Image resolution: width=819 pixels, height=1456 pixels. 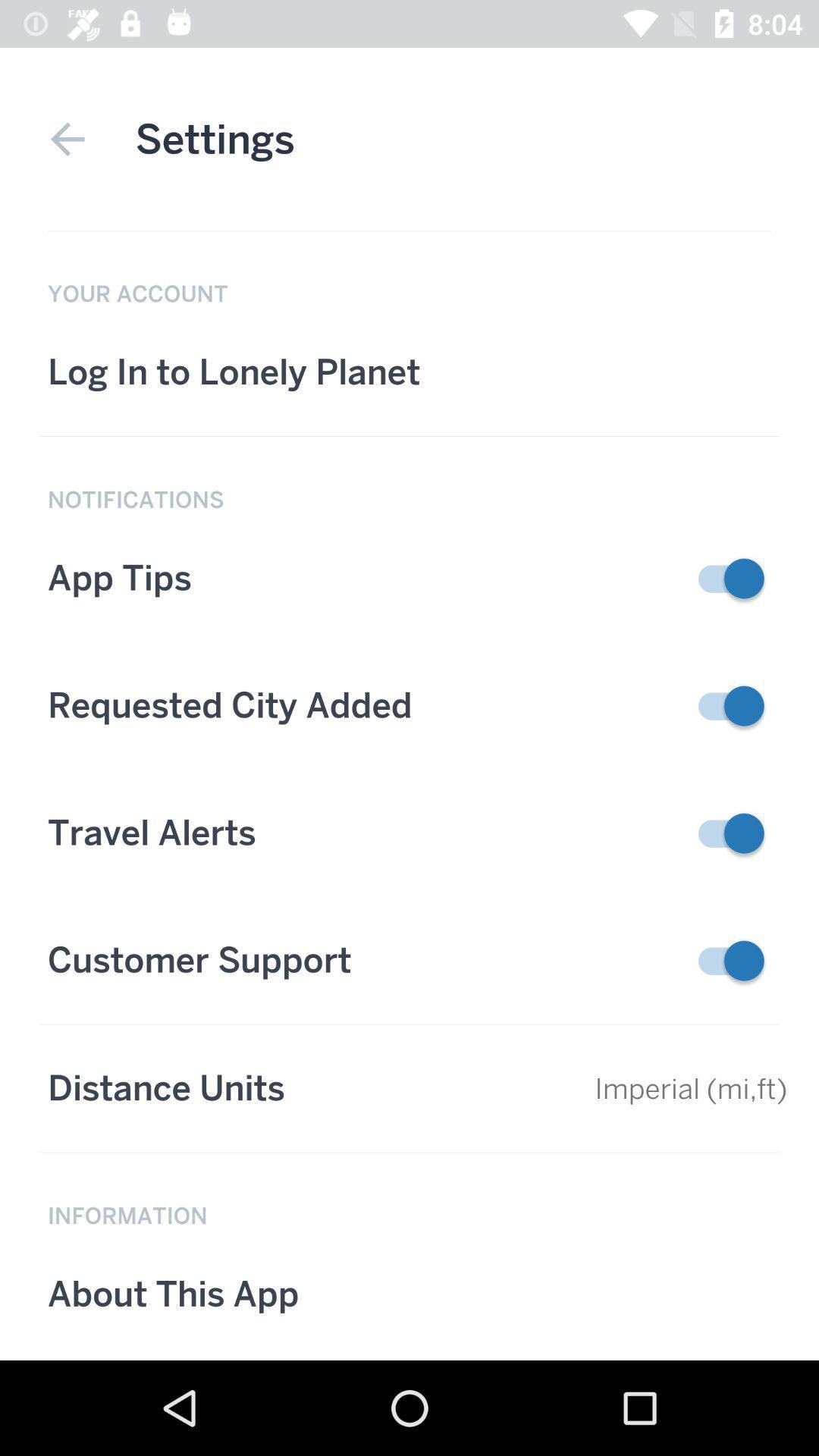 I want to click on the arrow_backward icon, so click(x=67, y=139).